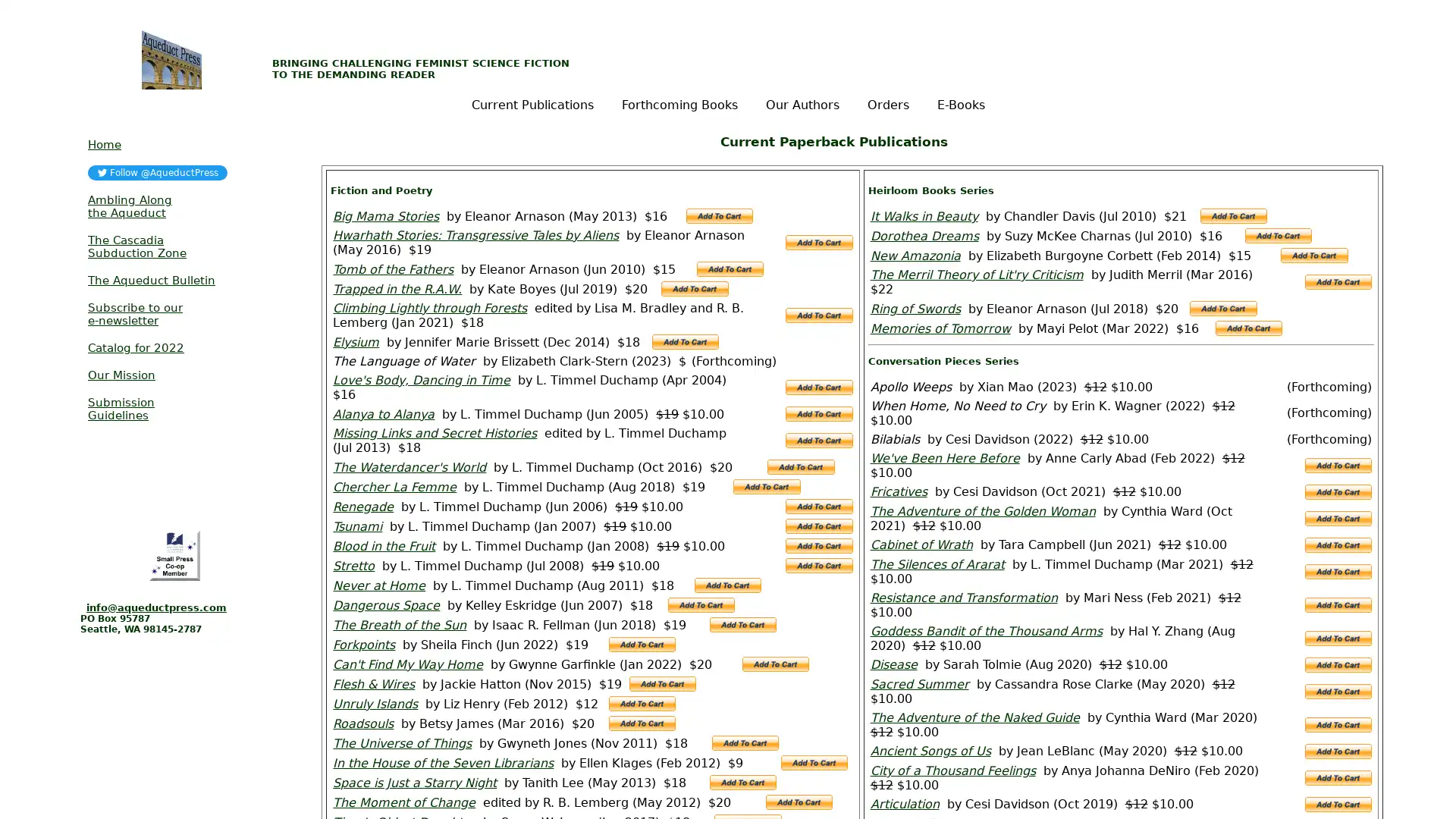 This screenshot has height=819, width=1456. What do you see at coordinates (818, 565) in the screenshot?
I see `Make payments with PayPal - it\'s fast, free and secure!` at bounding box center [818, 565].